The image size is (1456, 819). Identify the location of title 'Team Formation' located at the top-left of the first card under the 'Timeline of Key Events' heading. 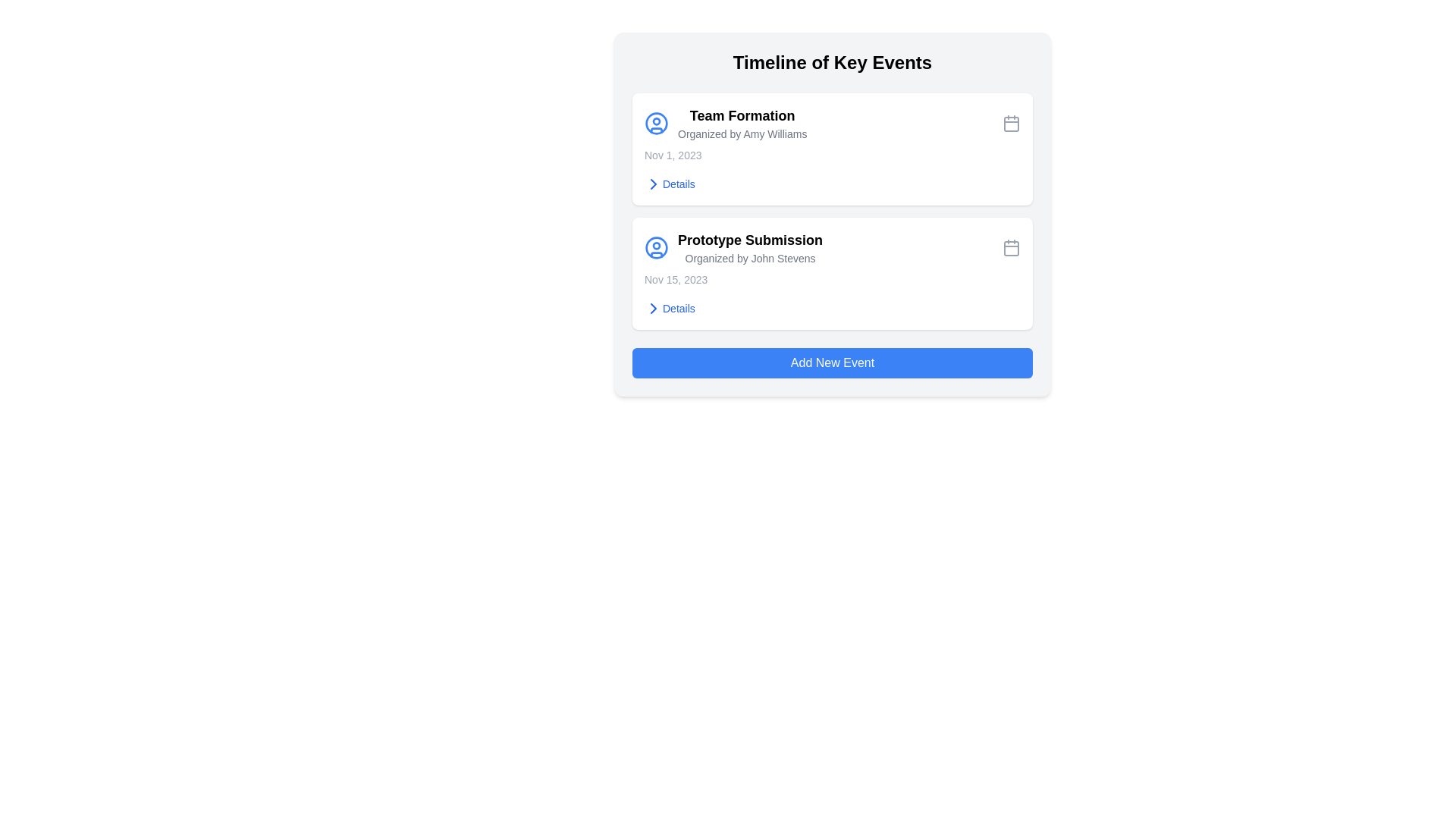
(742, 115).